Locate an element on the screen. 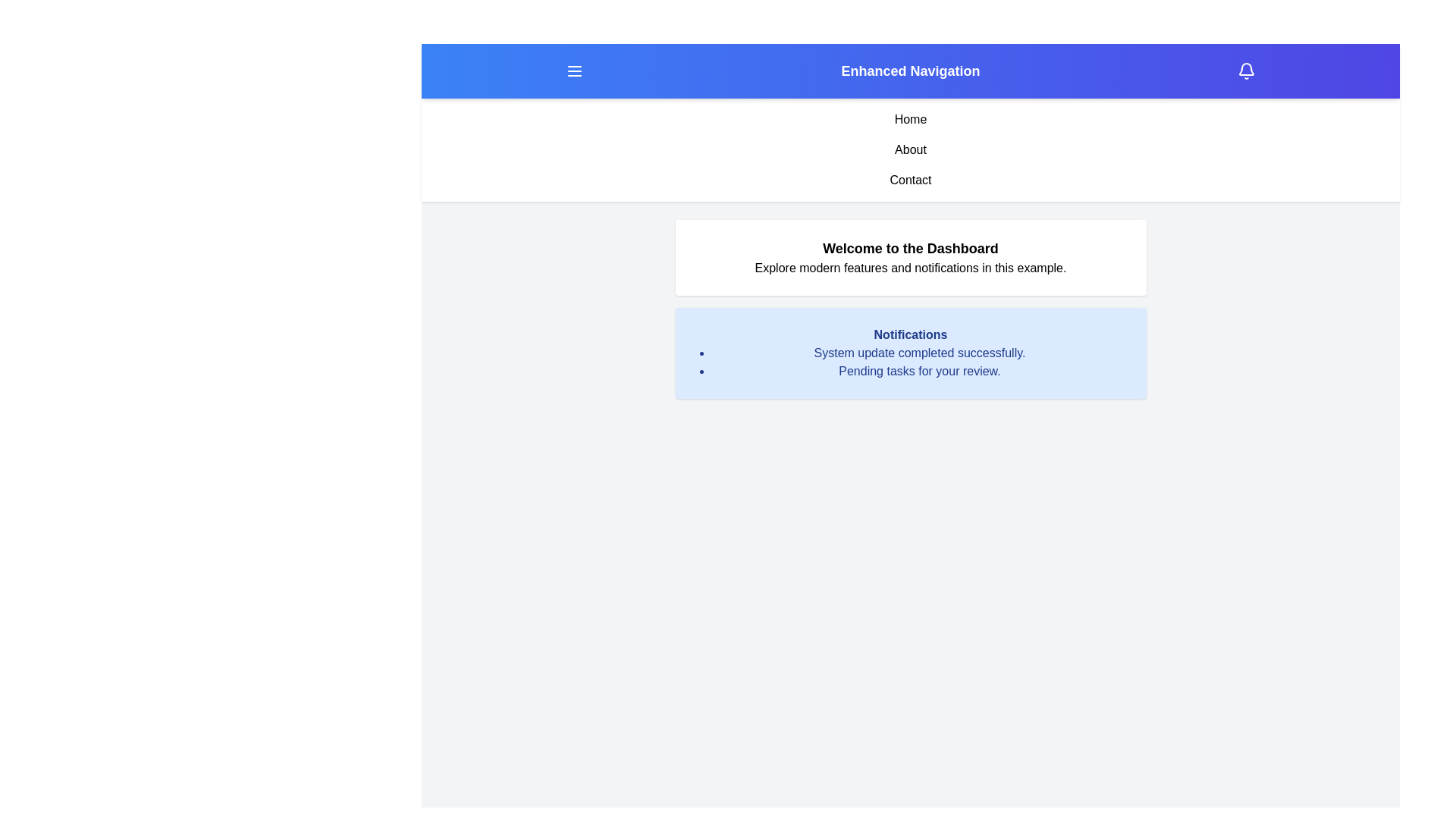  the header text labeled 'Enhanced Navigation' is located at coordinates (910, 71).